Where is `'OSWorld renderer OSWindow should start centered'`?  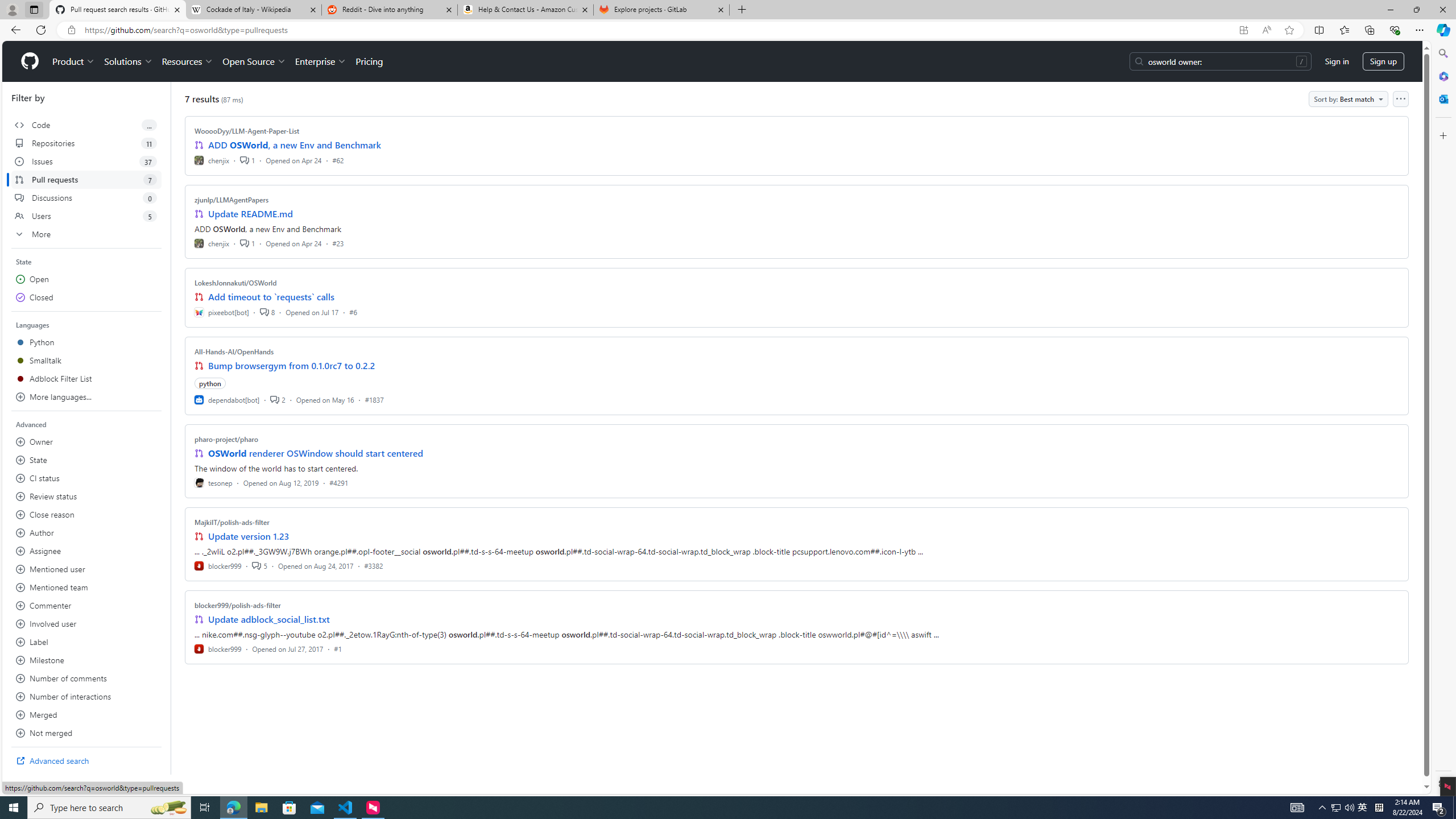
'OSWorld renderer OSWindow should start centered' is located at coordinates (315, 453).